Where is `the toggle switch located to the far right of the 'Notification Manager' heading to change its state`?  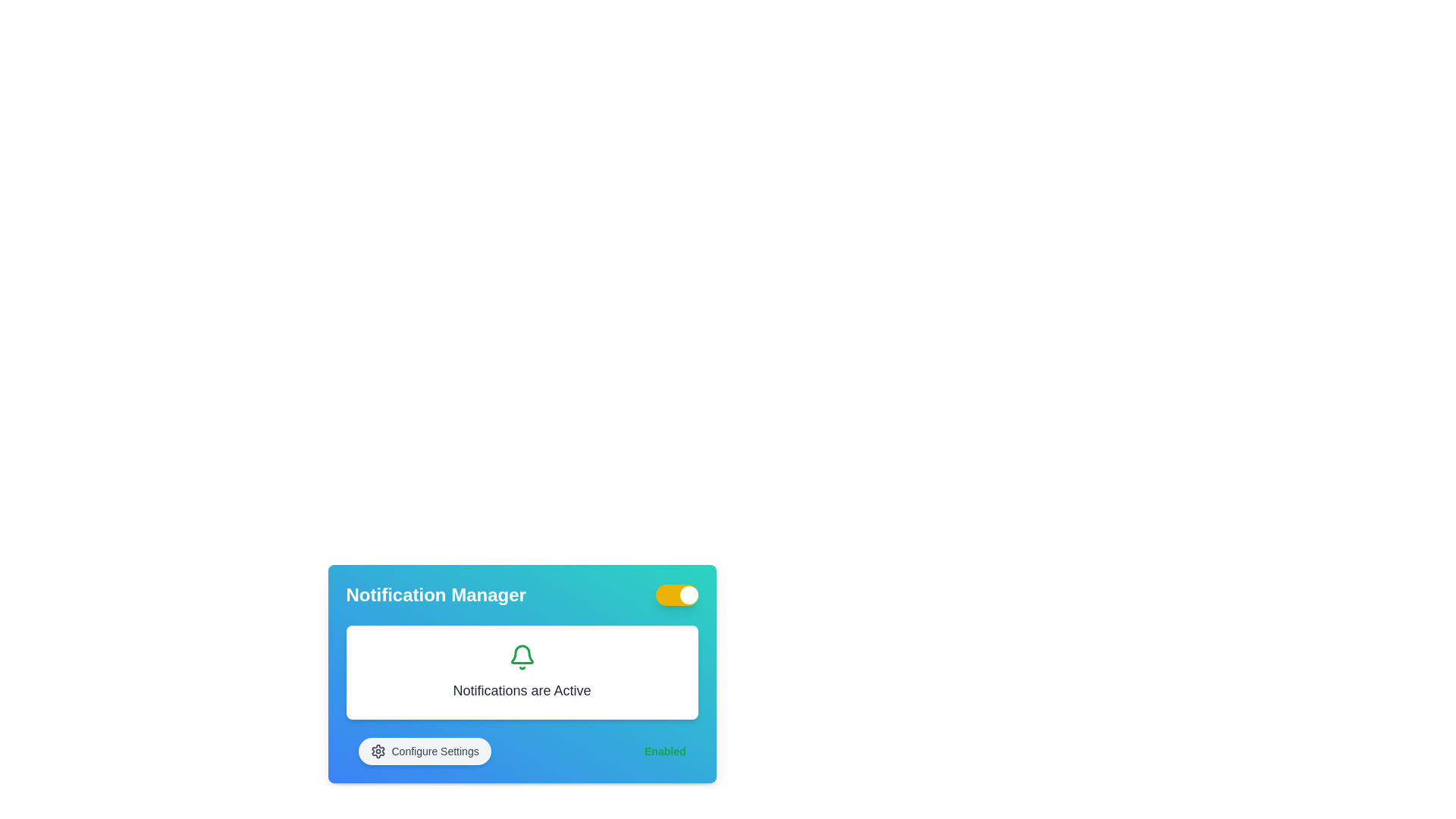 the toggle switch located to the far right of the 'Notification Manager' heading to change its state is located at coordinates (676, 595).